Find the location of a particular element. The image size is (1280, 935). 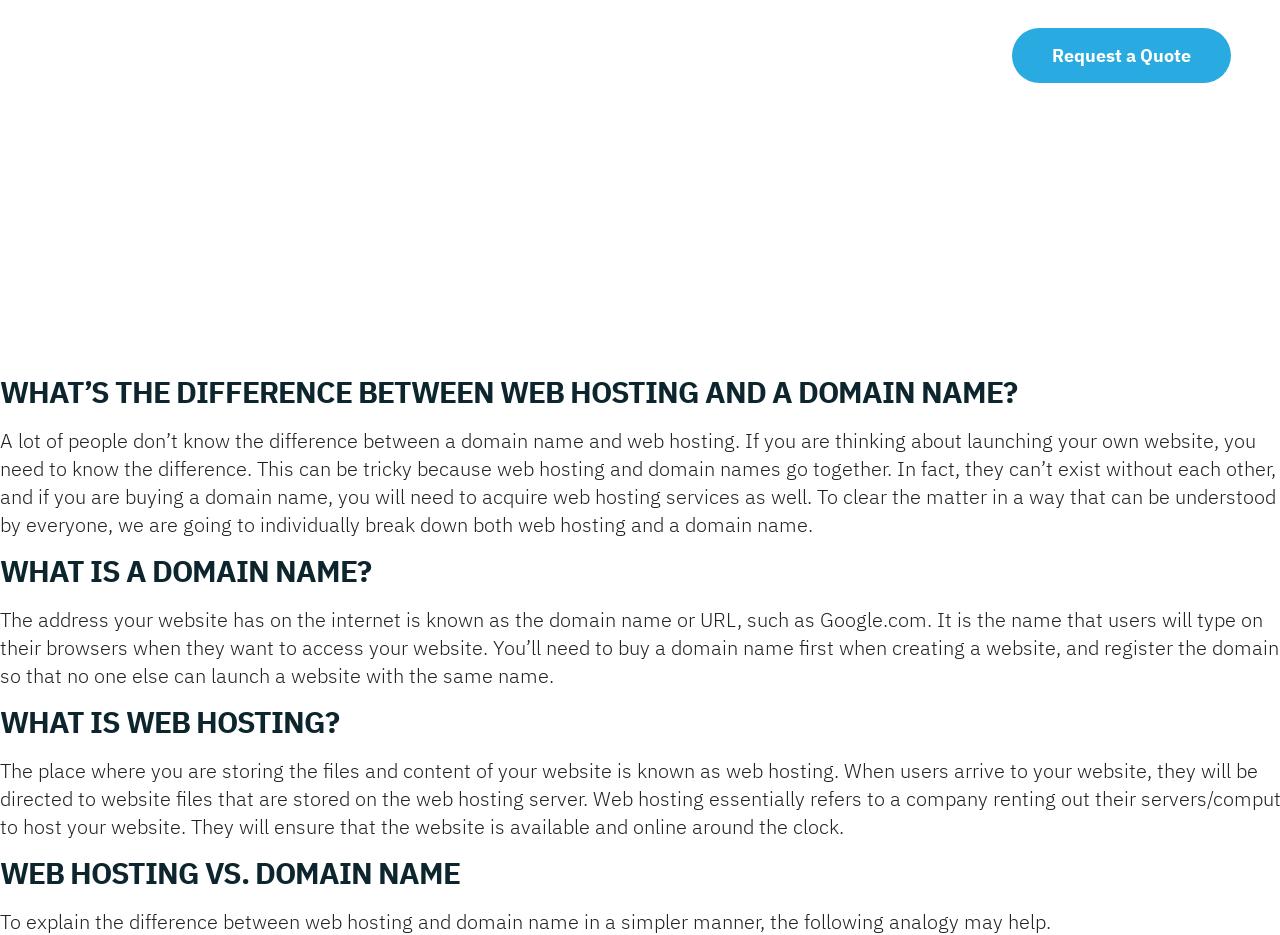

'Logo Design' is located at coordinates (507, 170).